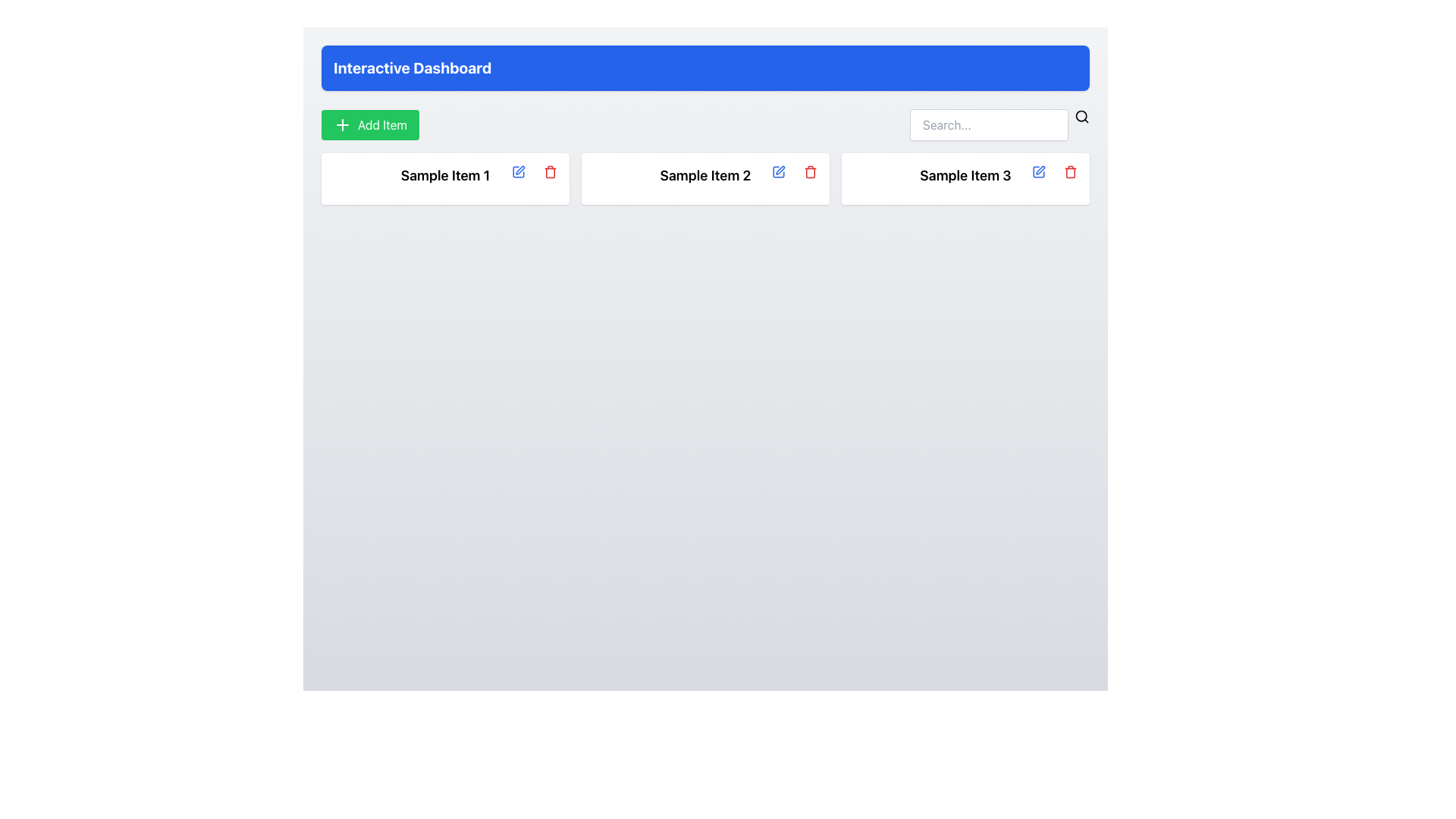 This screenshot has width=1456, height=819. Describe the element at coordinates (999, 124) in the screenshot. I see `the Search Bar located at the top-right corner of the interface` at that location.